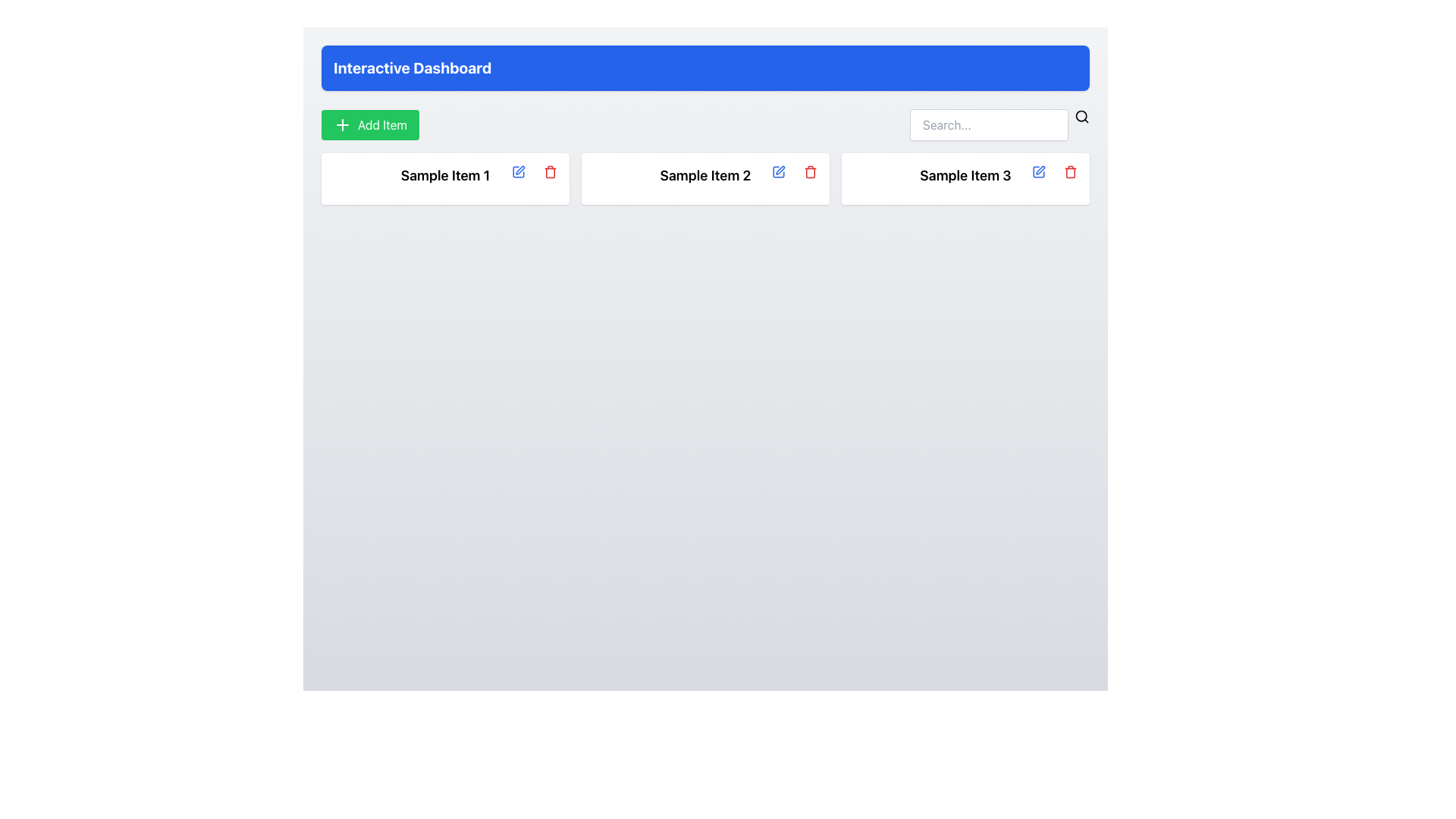 This screenshot has width=1456, height=819. Describe the element at coordinates (999, 124) in the screenshot. I see `the Search Bar located at the top-right corner of the interface` at that location.